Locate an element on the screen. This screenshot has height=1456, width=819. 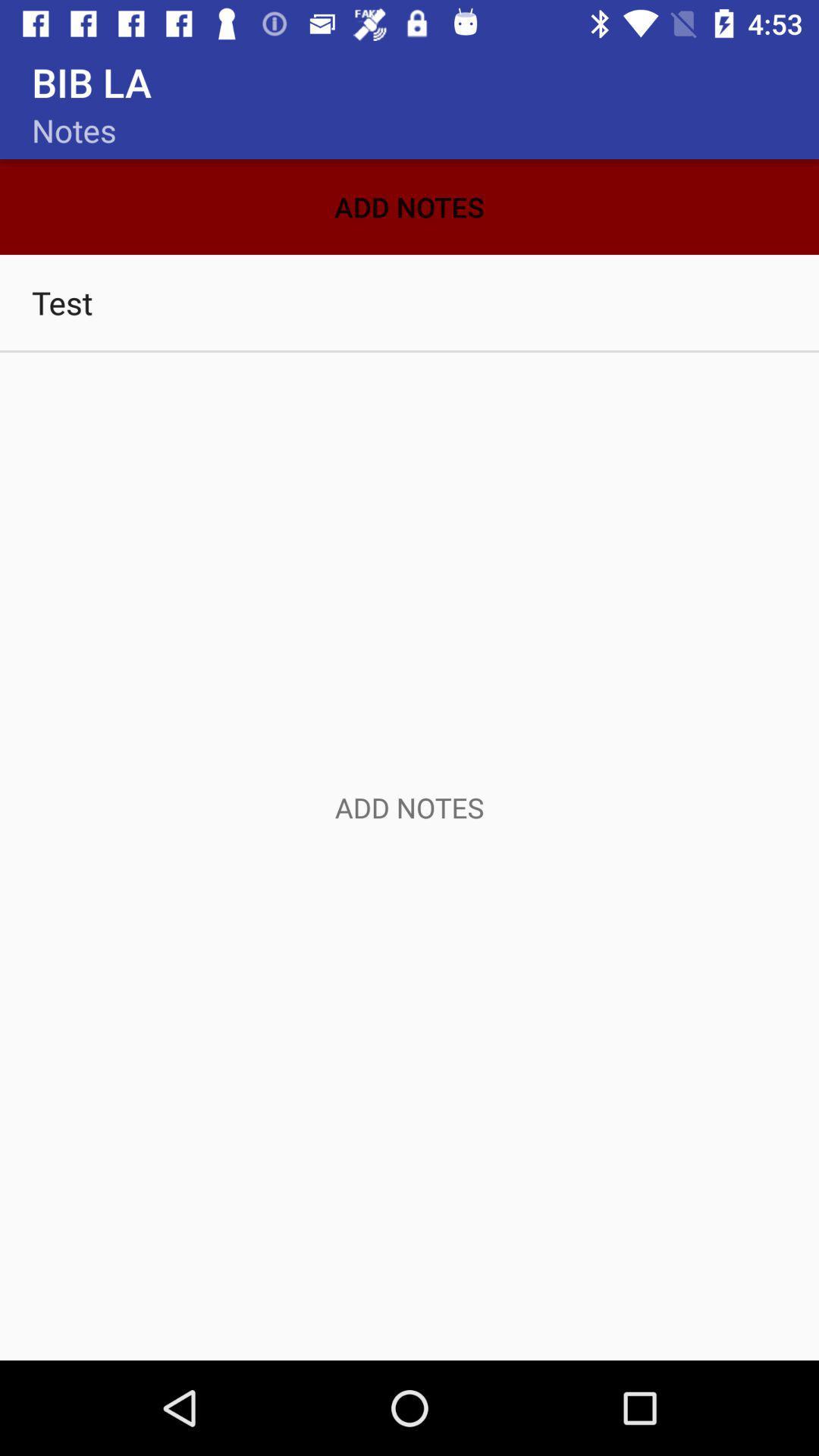
test item is located at coordinates (409, 302).